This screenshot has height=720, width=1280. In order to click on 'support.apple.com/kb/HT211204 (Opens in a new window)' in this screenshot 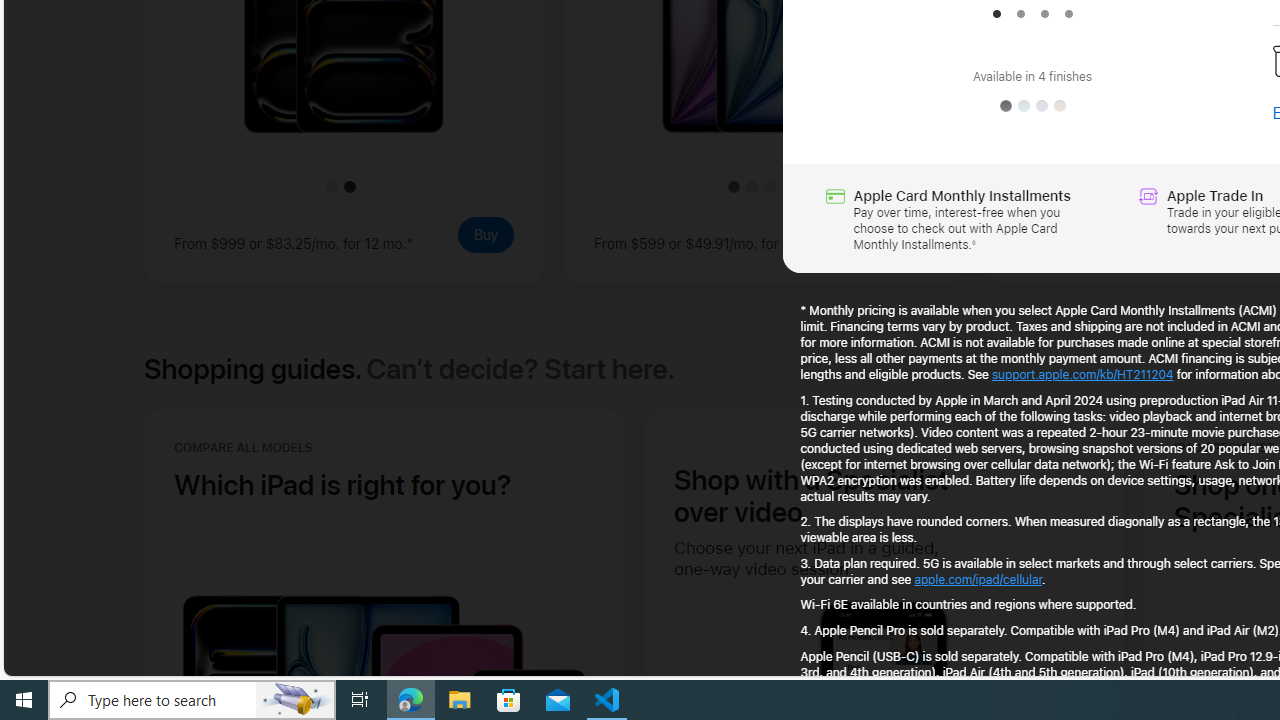, I will do `click(1081, 375)`.